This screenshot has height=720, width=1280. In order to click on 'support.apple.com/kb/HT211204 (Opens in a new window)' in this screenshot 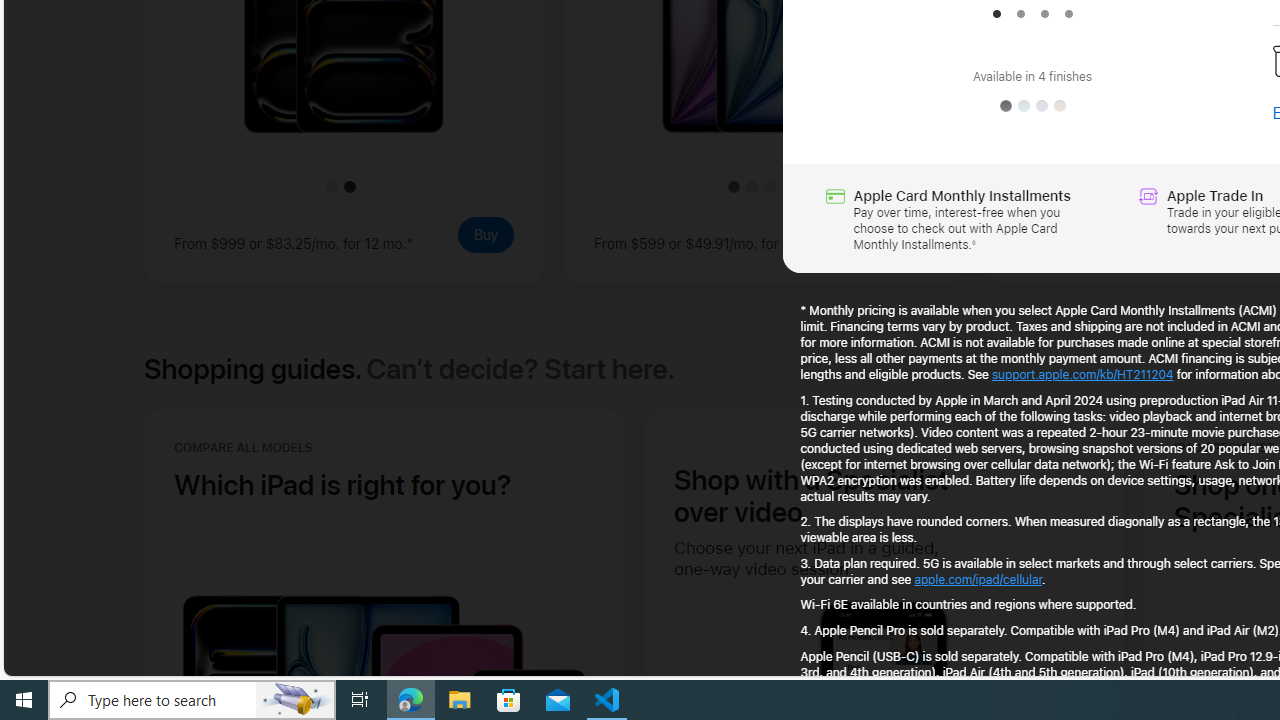, I will do `click(1081, 375)`.